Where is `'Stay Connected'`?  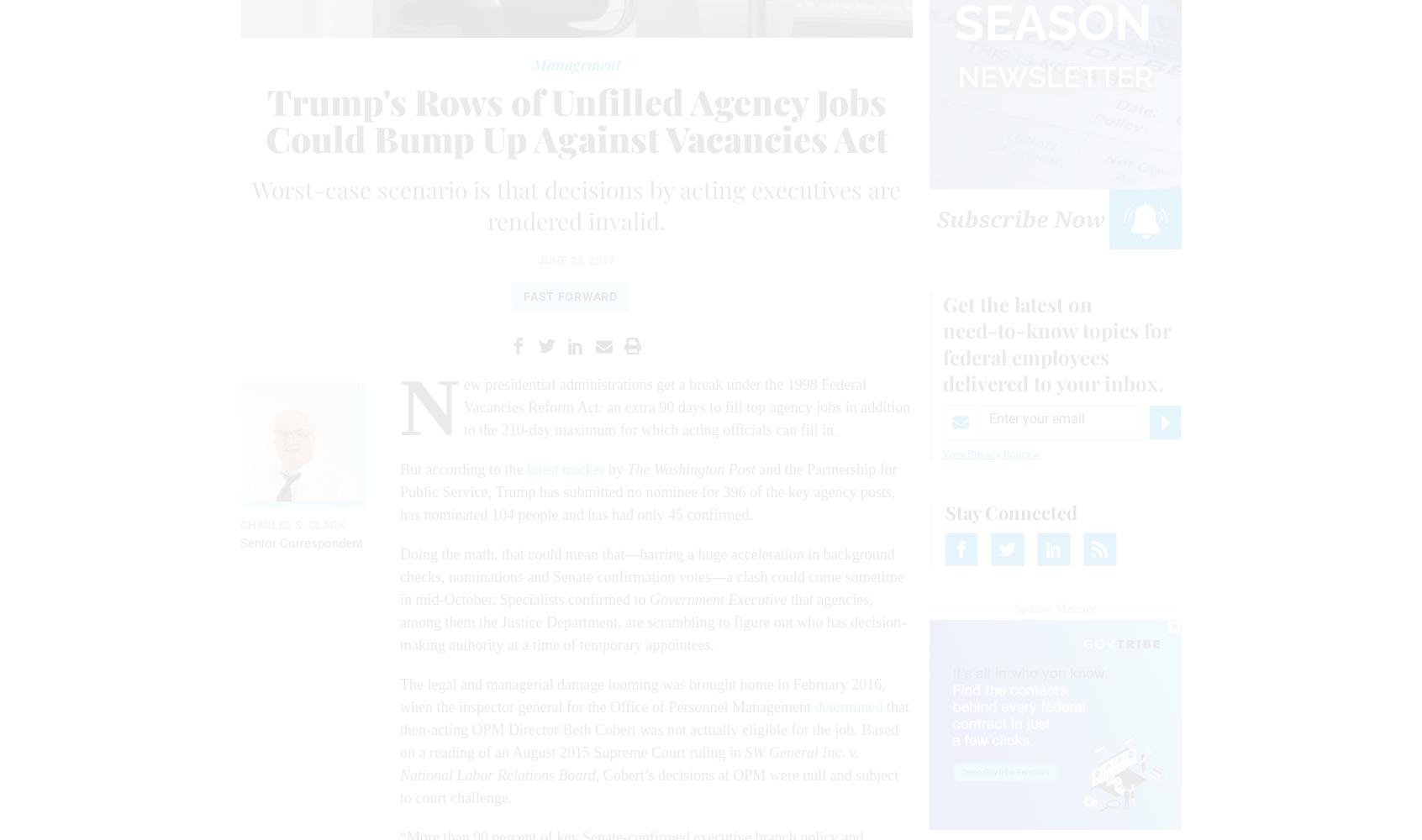 'Stay Connected' is located at coordinates (945, 511).